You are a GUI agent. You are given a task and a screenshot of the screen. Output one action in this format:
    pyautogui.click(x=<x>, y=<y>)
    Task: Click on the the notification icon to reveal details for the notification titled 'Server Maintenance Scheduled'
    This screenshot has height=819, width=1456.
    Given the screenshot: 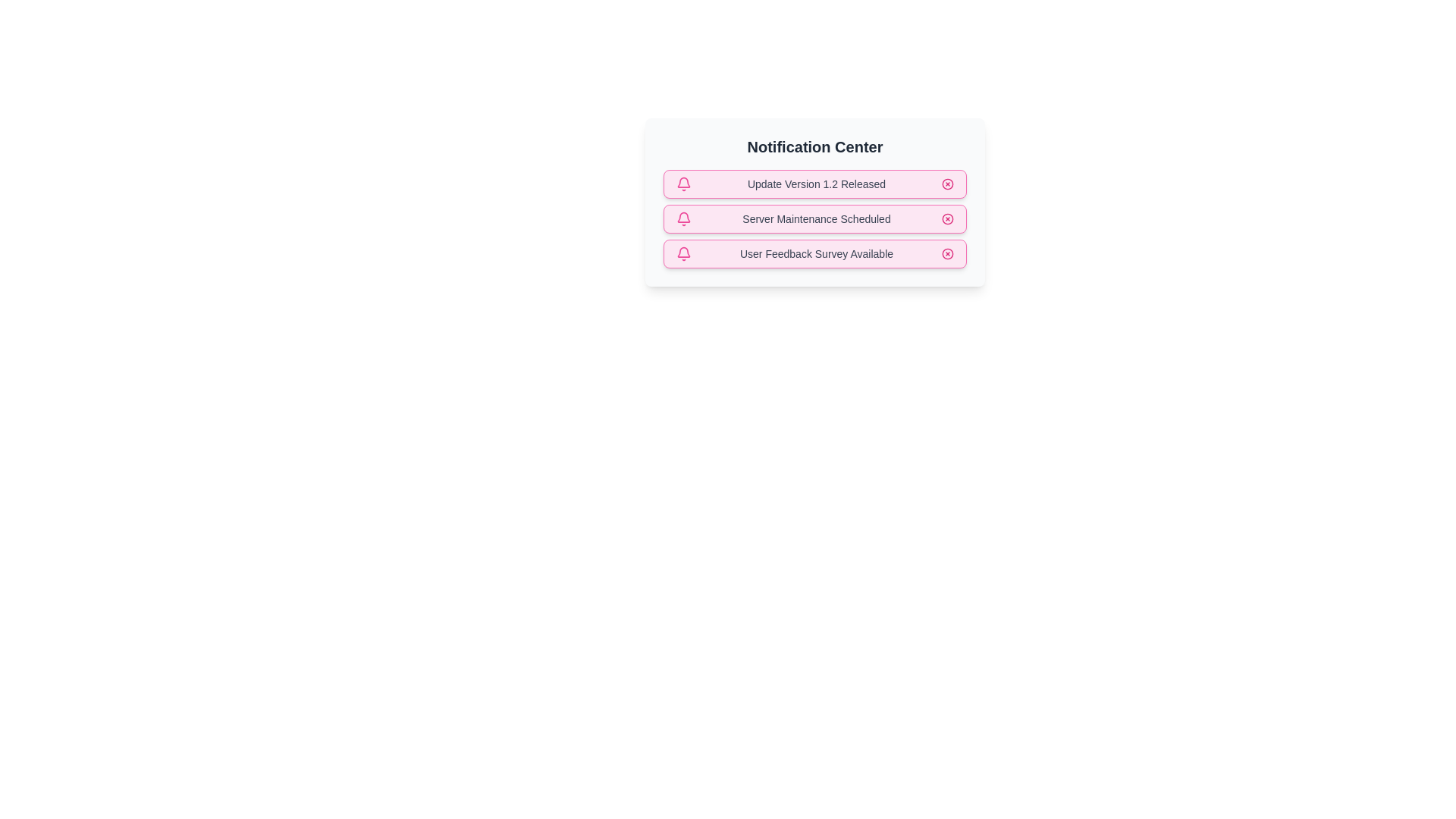 What is the action you would take?
    pyautogui.click(x=683, y=219)
    